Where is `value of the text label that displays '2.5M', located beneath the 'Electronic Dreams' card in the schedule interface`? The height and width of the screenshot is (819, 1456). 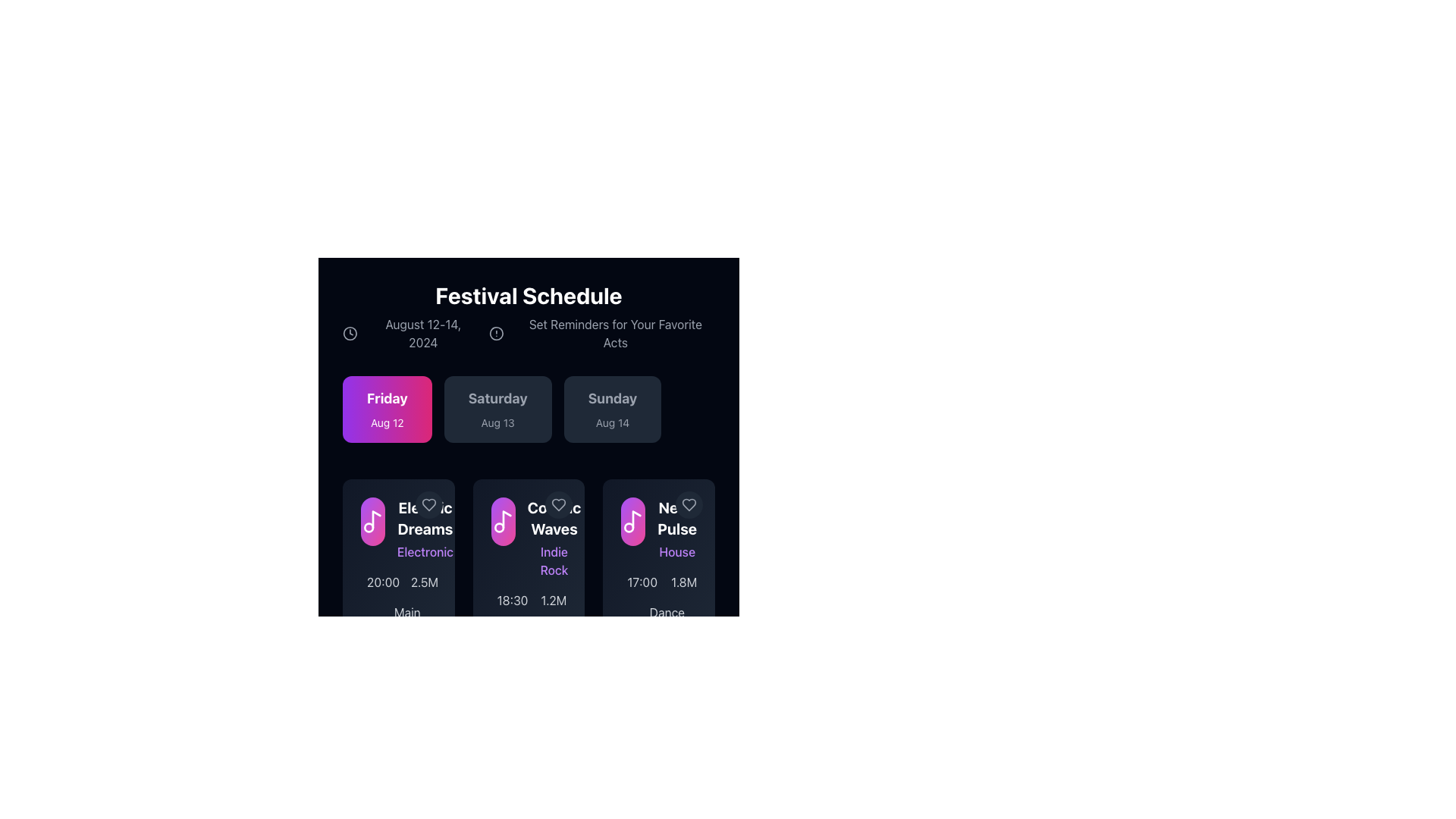
value of the text label that displays '2.5M', located beneath the 'Electronic Dreams' card in the schedule interface is located at coordinates (425, 581).